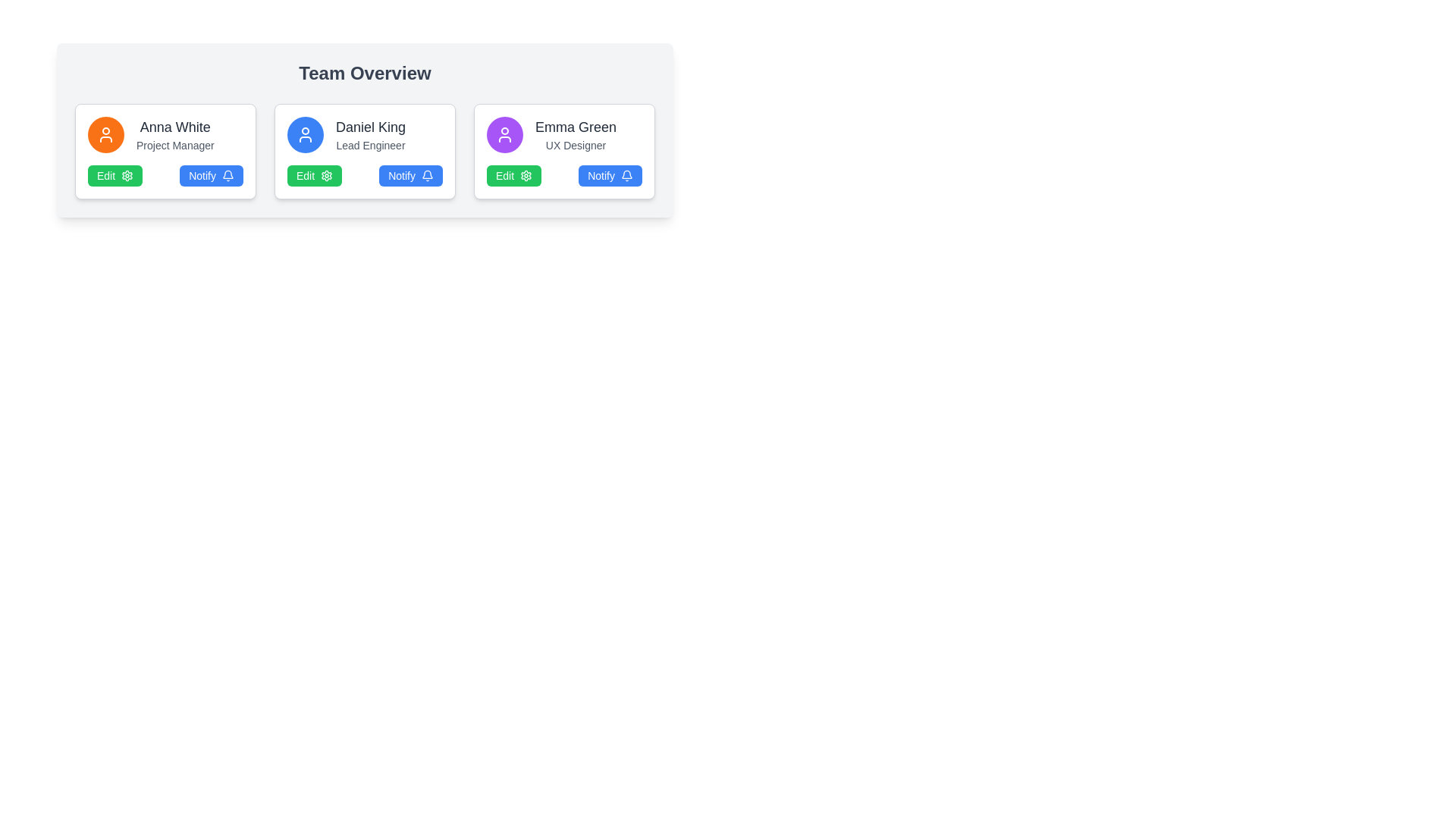 Image resolution: width=1456 pixels, height=819 pixels. Describe the element at coordinates (514, 174) in the screenshot. I see `the edit button for 'Emma Green' in the Team Overview section` at that location.